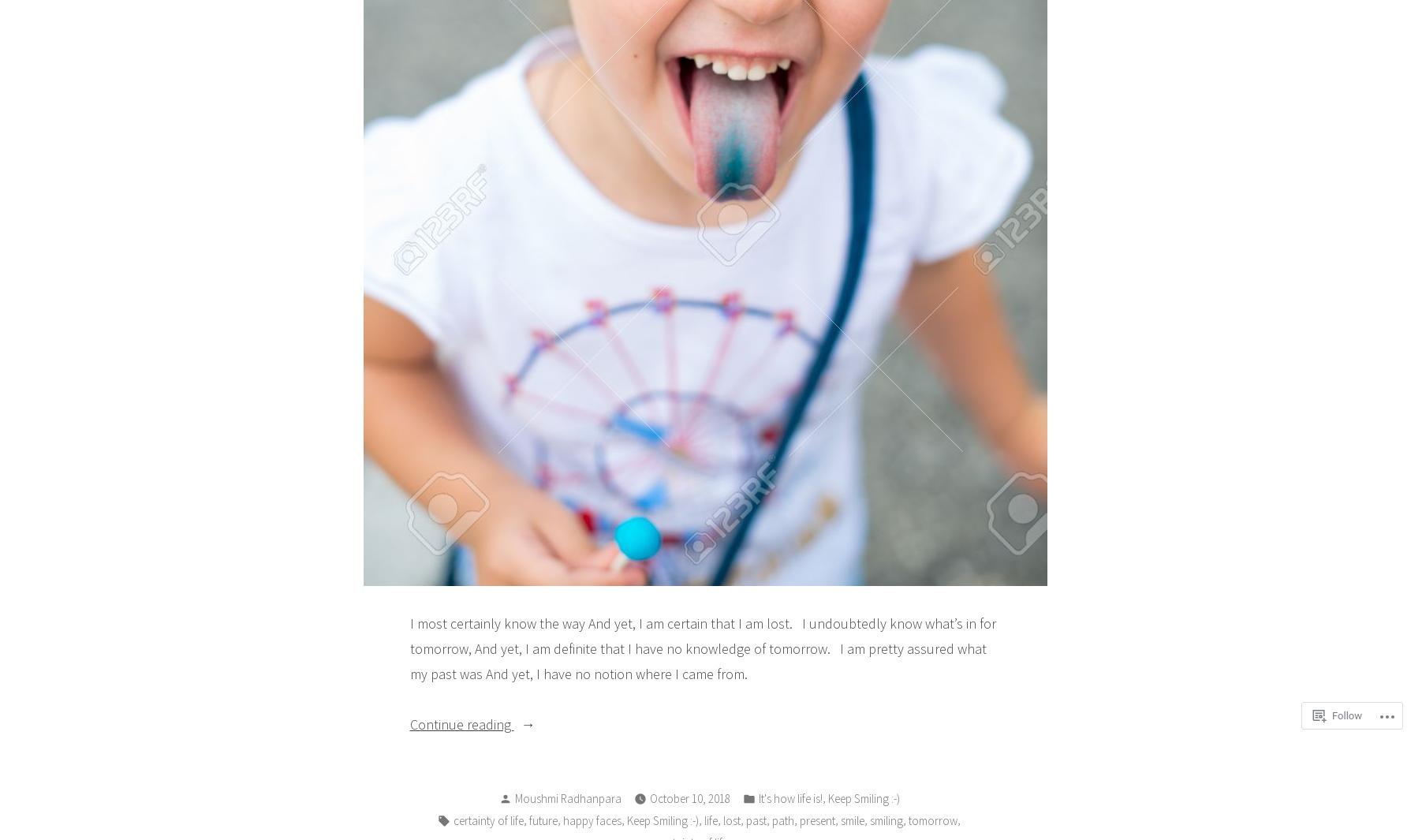  Describe the element at coordinates (886, 819) in the screenshot. I see `'smiling'` at that location.